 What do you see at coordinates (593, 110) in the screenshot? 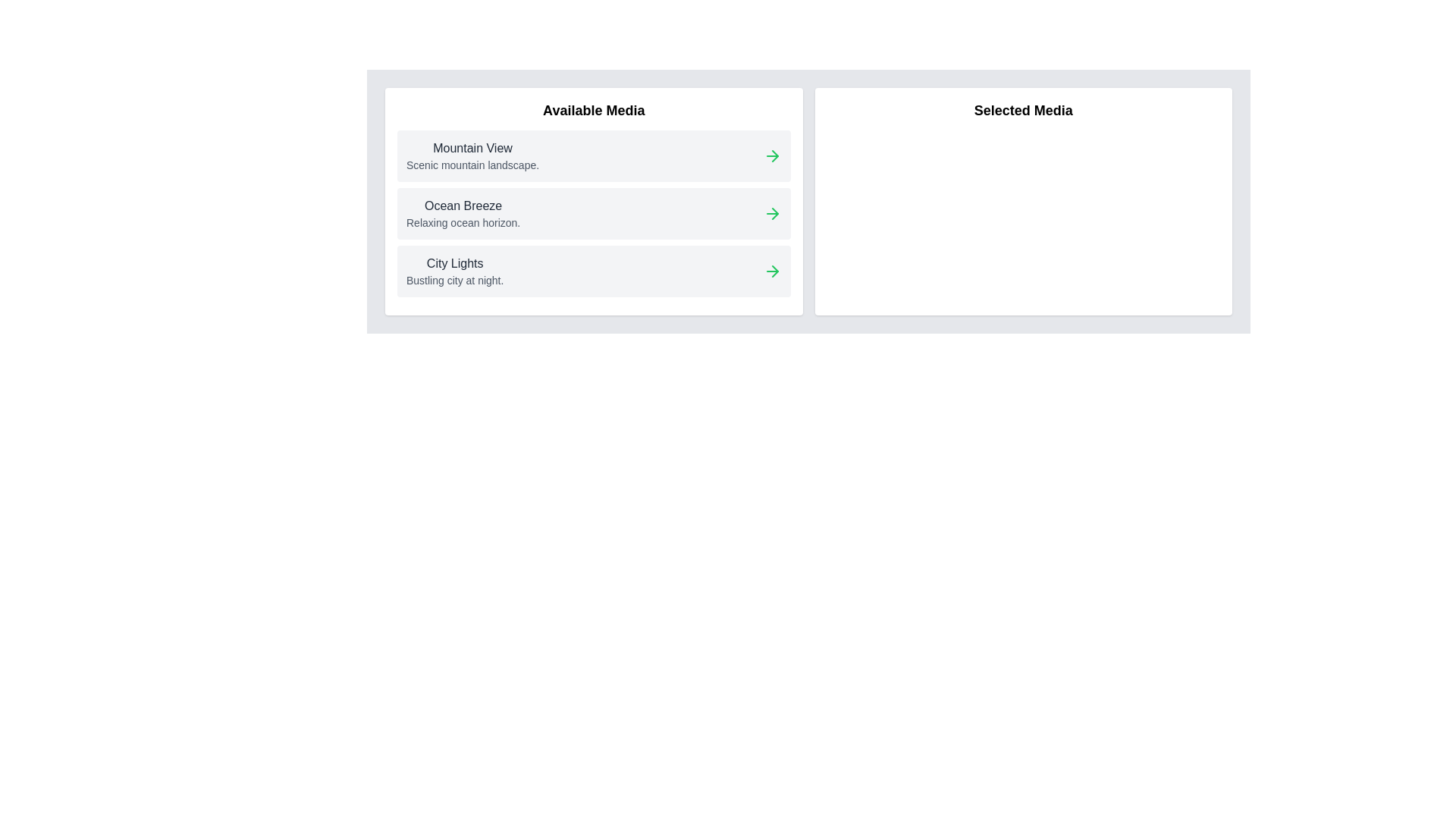
I see `the title 'Available Media' to focus or select it` at bounding box center [593, 110].